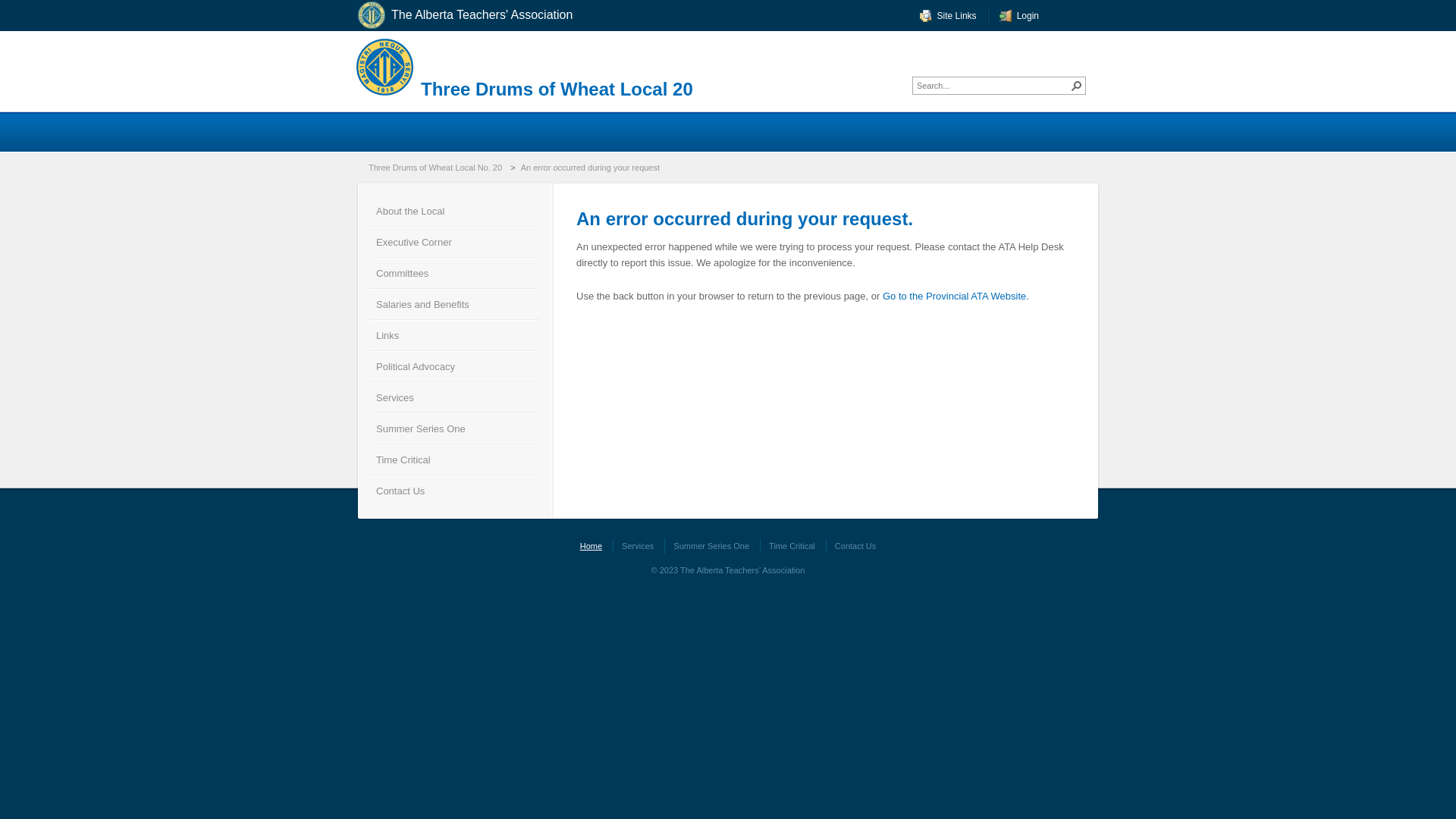  I want to click on 'Salaries and Benefits', so click(454, 303).